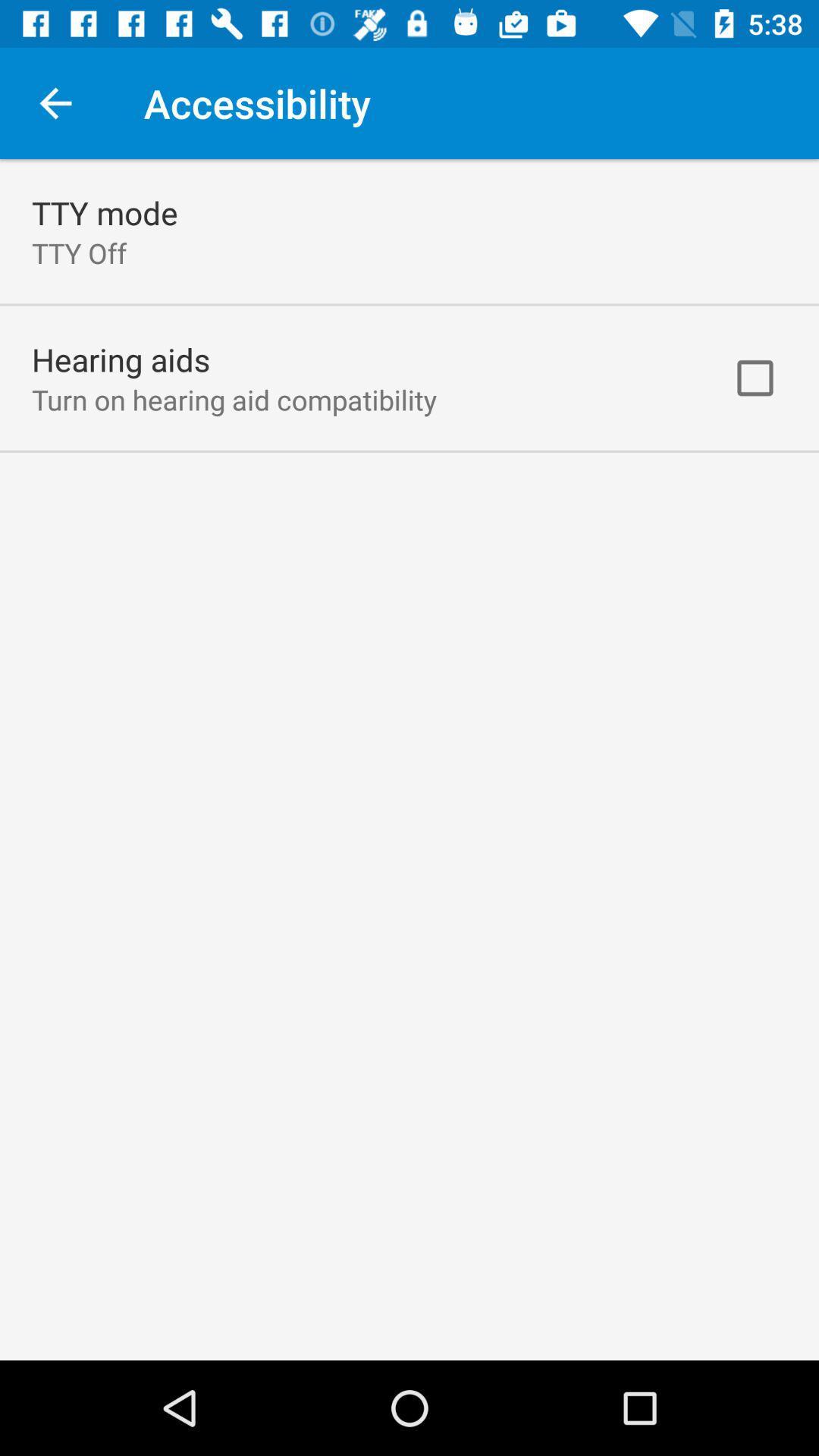 The width and height of the screenshot is (819, 1456). I want to click on item at the center, so click(409, 760).